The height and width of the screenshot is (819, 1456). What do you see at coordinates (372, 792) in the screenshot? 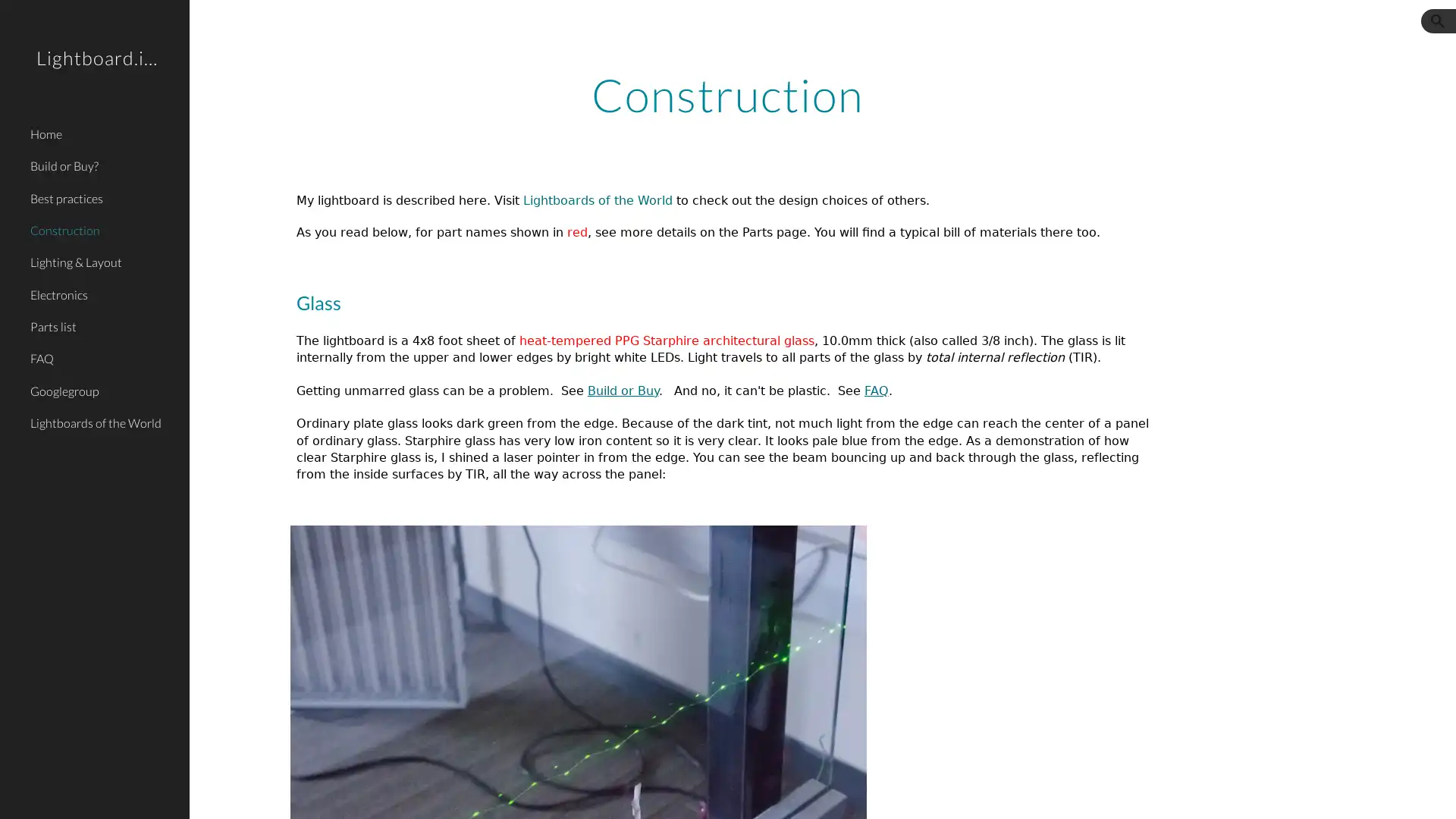
I see `Report abuse` at bounding box center [372, 792].